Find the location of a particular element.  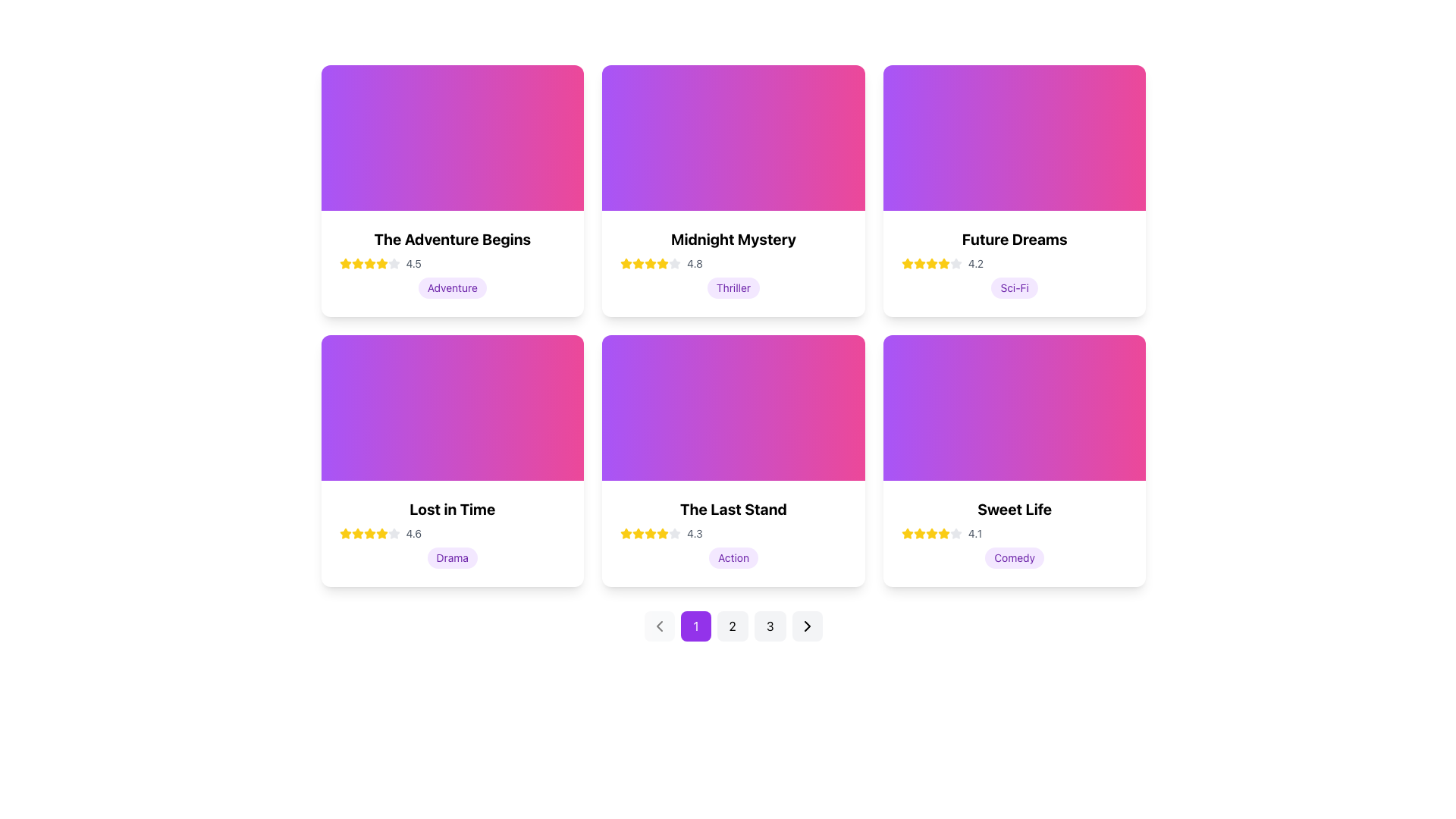

the fourth yellow star icon in the rating section of the 'Lost in Time' item by modifying the rating score is located at coordinates (369, 533).